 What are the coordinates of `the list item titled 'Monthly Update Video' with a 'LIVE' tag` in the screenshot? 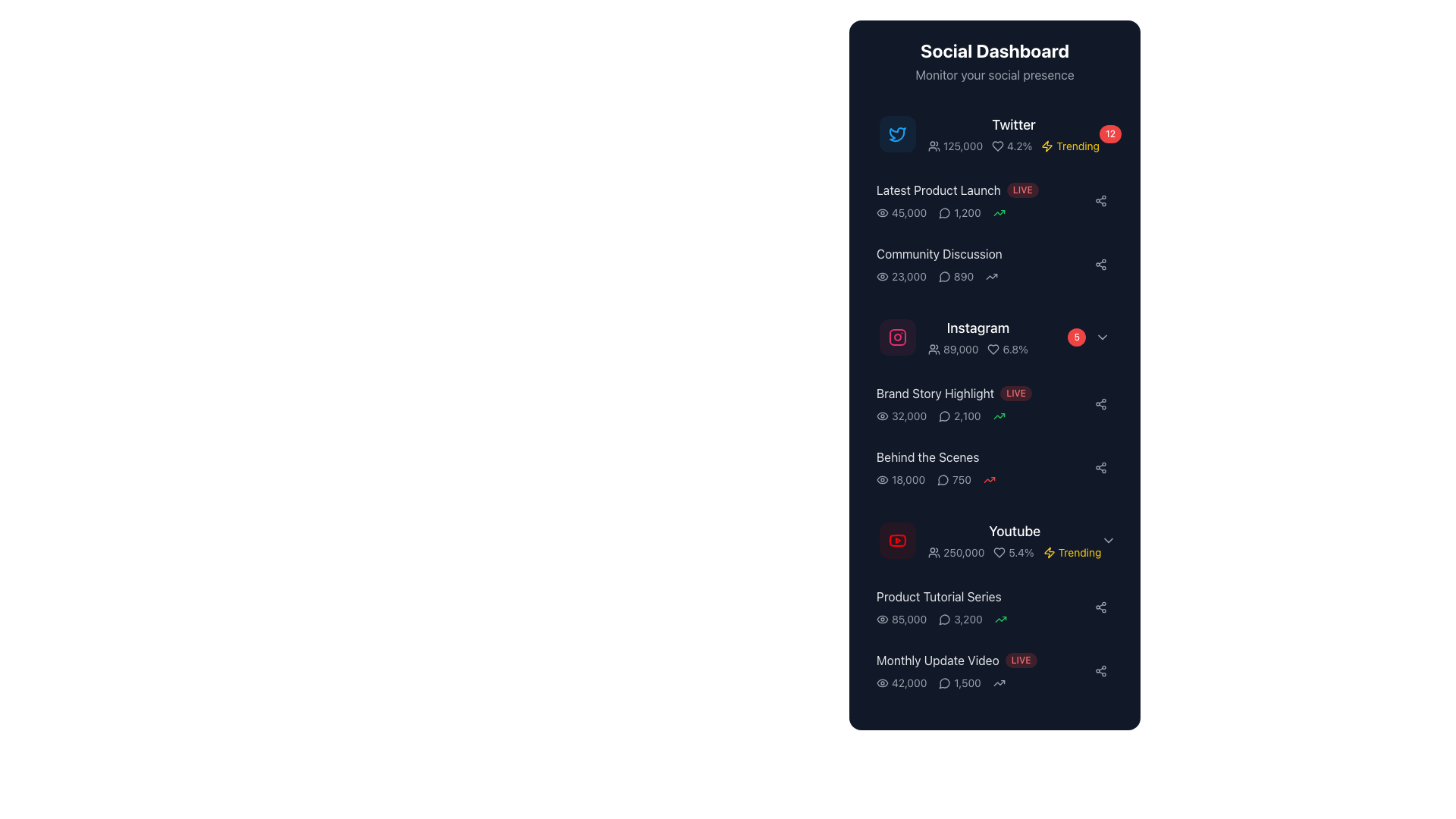 It's located at (994, 670).